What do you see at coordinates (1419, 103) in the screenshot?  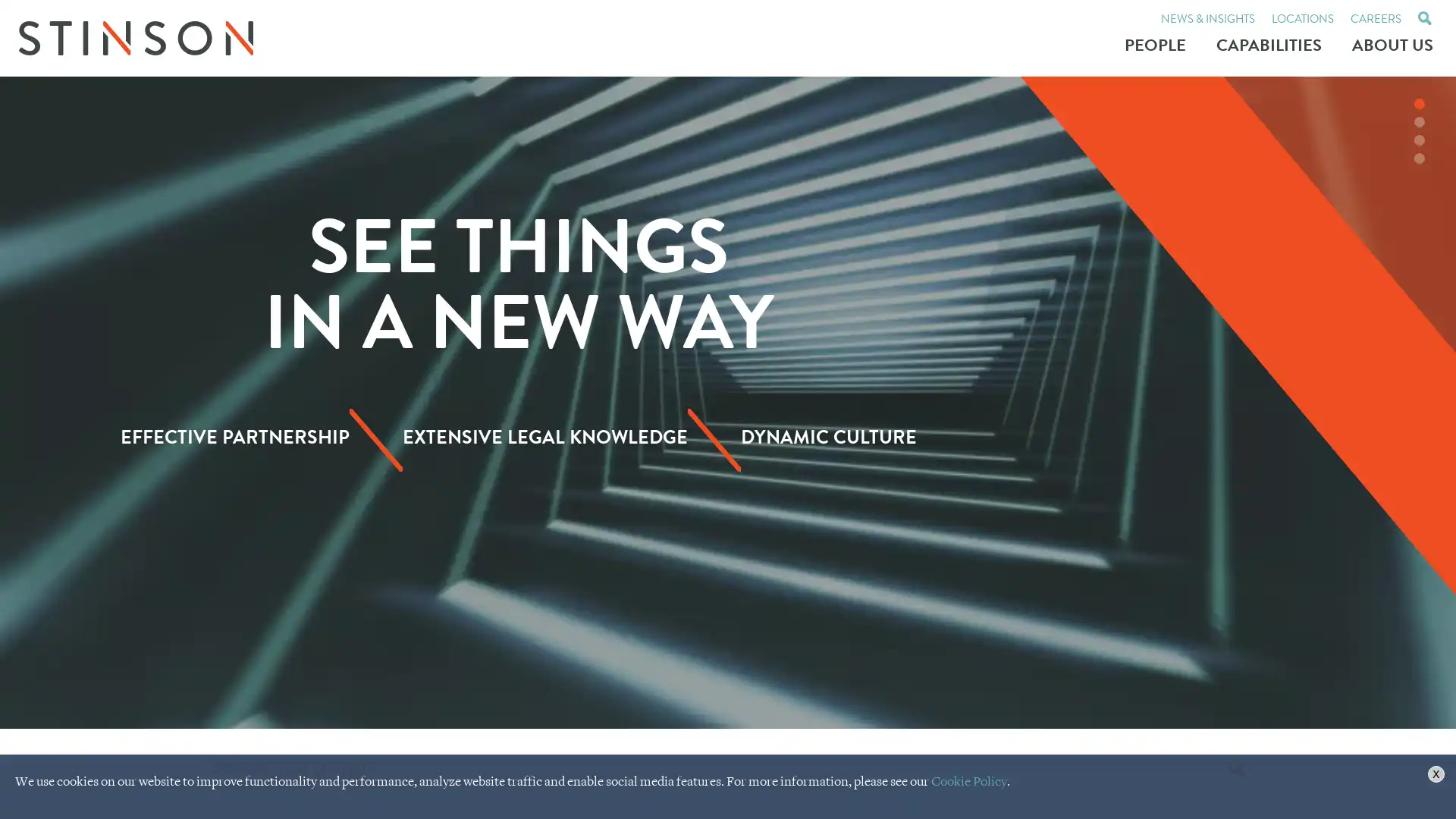 I see `1` at bounding box center [1419, 103].